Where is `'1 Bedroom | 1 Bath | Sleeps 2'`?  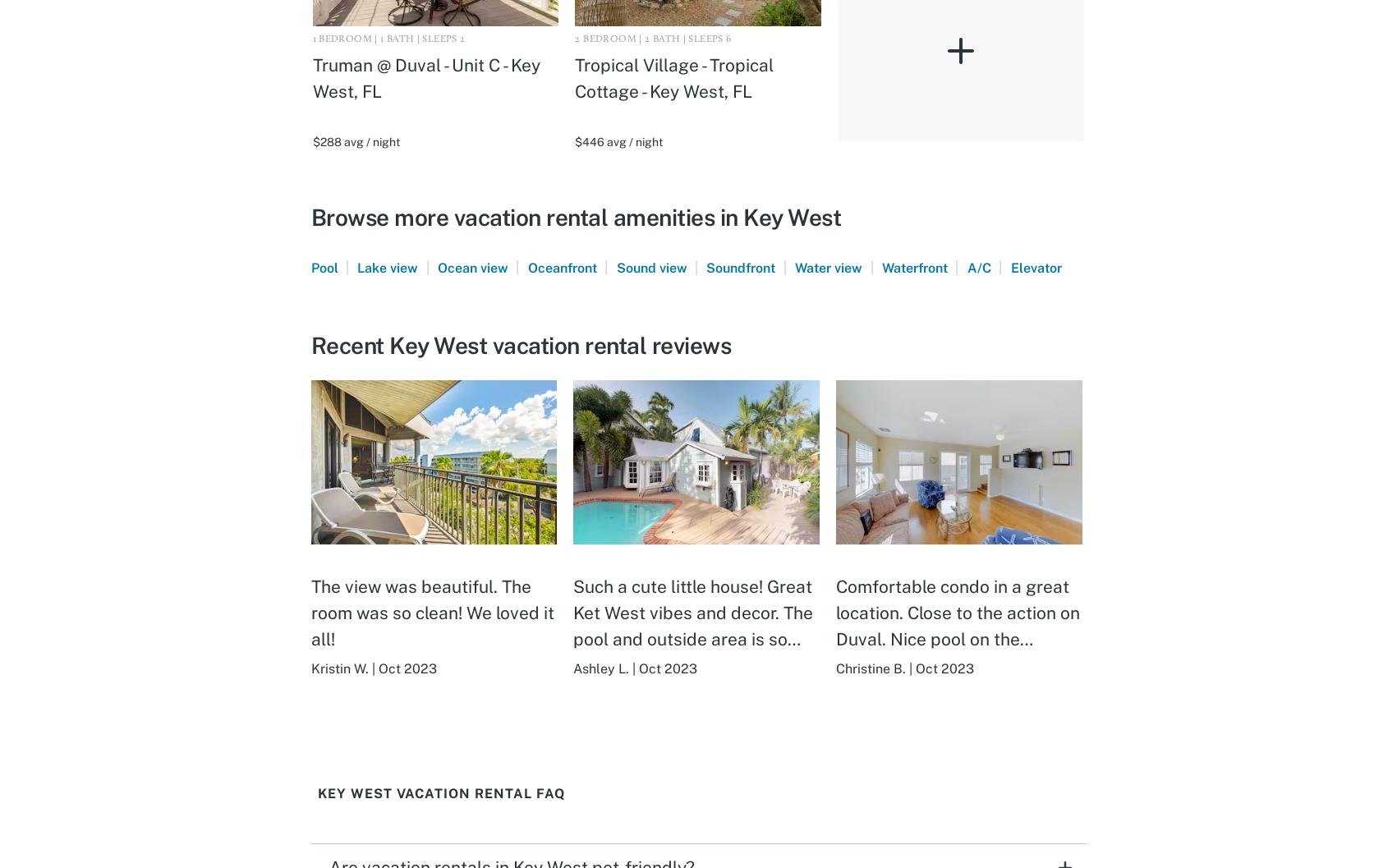
'1 Bedroom | 1 Bath | Sleeps 2' is located at coordinates (311, 39).